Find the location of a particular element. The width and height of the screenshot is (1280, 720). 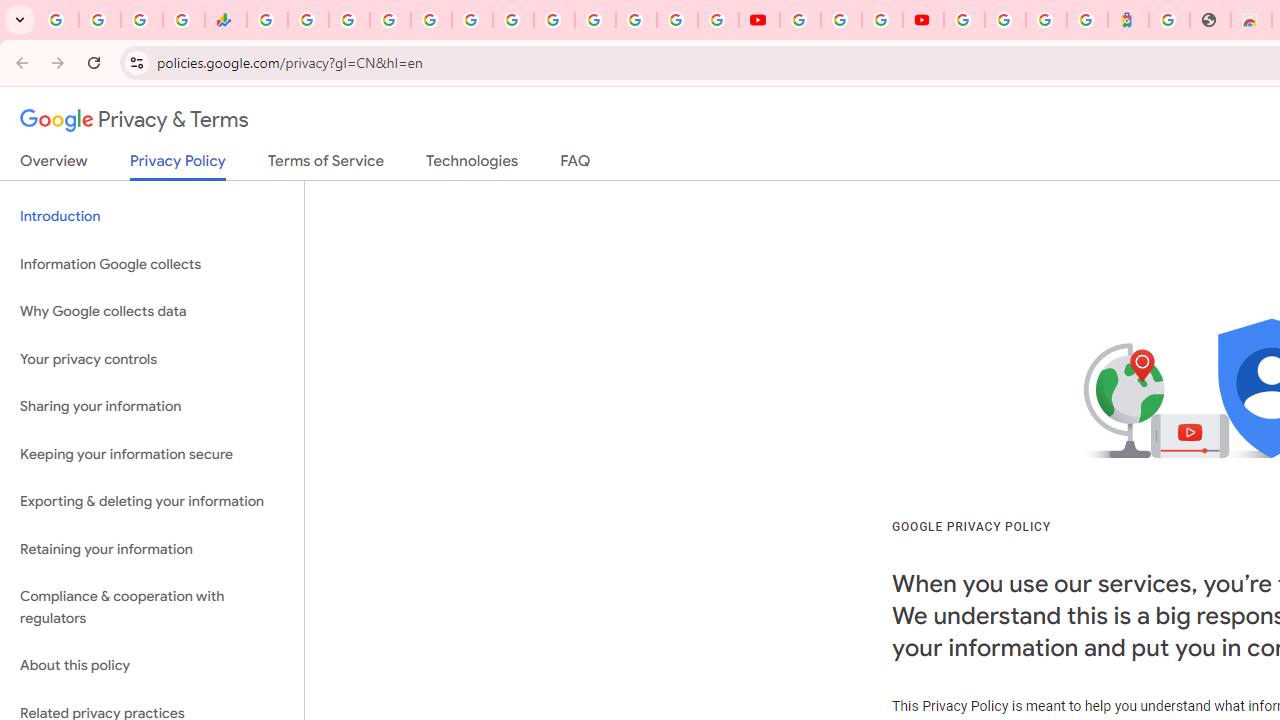

'Sharing your information' is located at coordinates (151, 406).